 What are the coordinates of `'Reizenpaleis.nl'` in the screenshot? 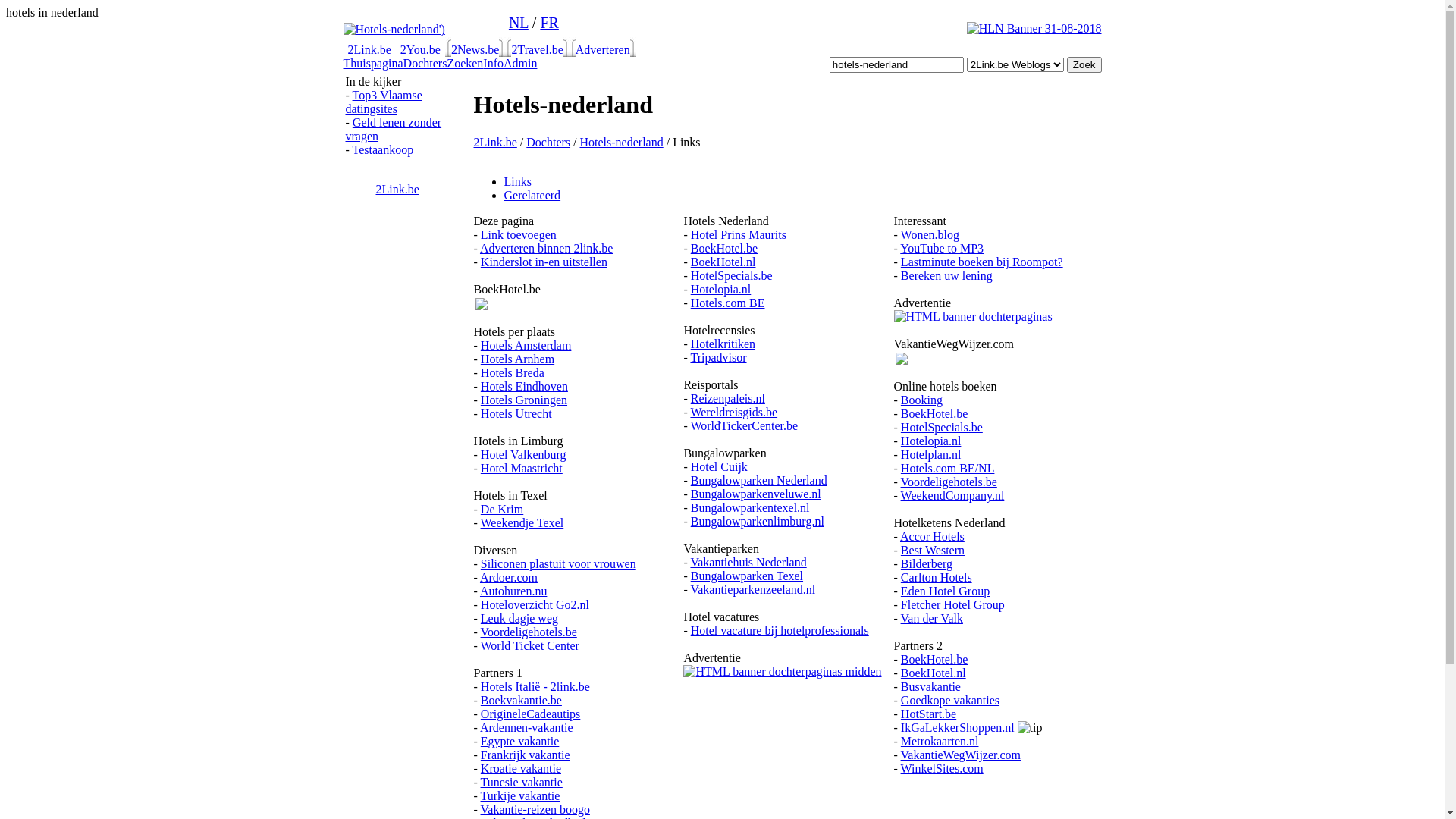 It's located at (728, 397).